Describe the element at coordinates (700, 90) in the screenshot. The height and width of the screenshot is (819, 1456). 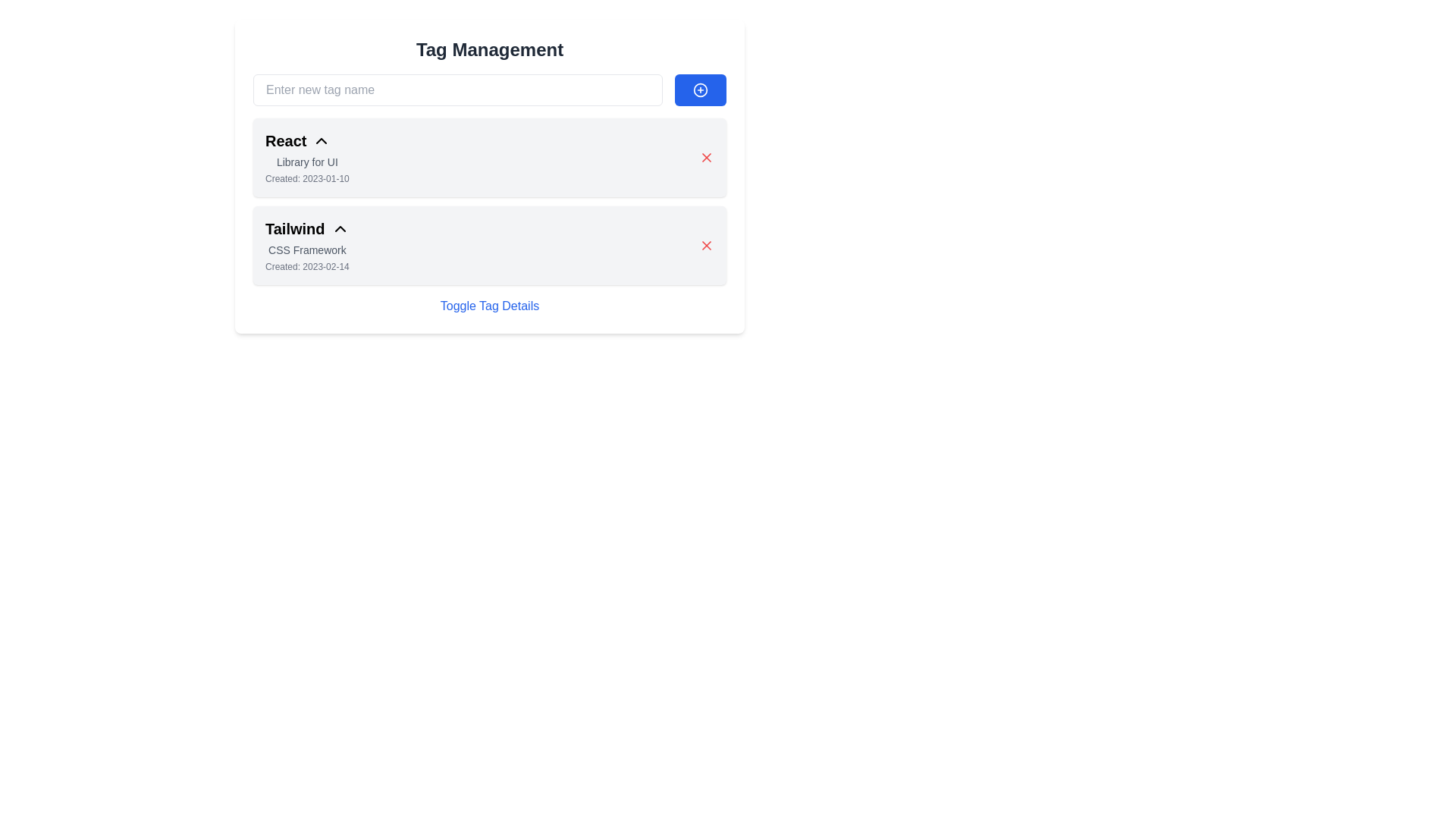
I see `the circular graphical decoration (white circle) that forms the outer boundary of the plus icon, located in the Tag Management interface to the right of the 'Enter new tag name' text input field` at that location.